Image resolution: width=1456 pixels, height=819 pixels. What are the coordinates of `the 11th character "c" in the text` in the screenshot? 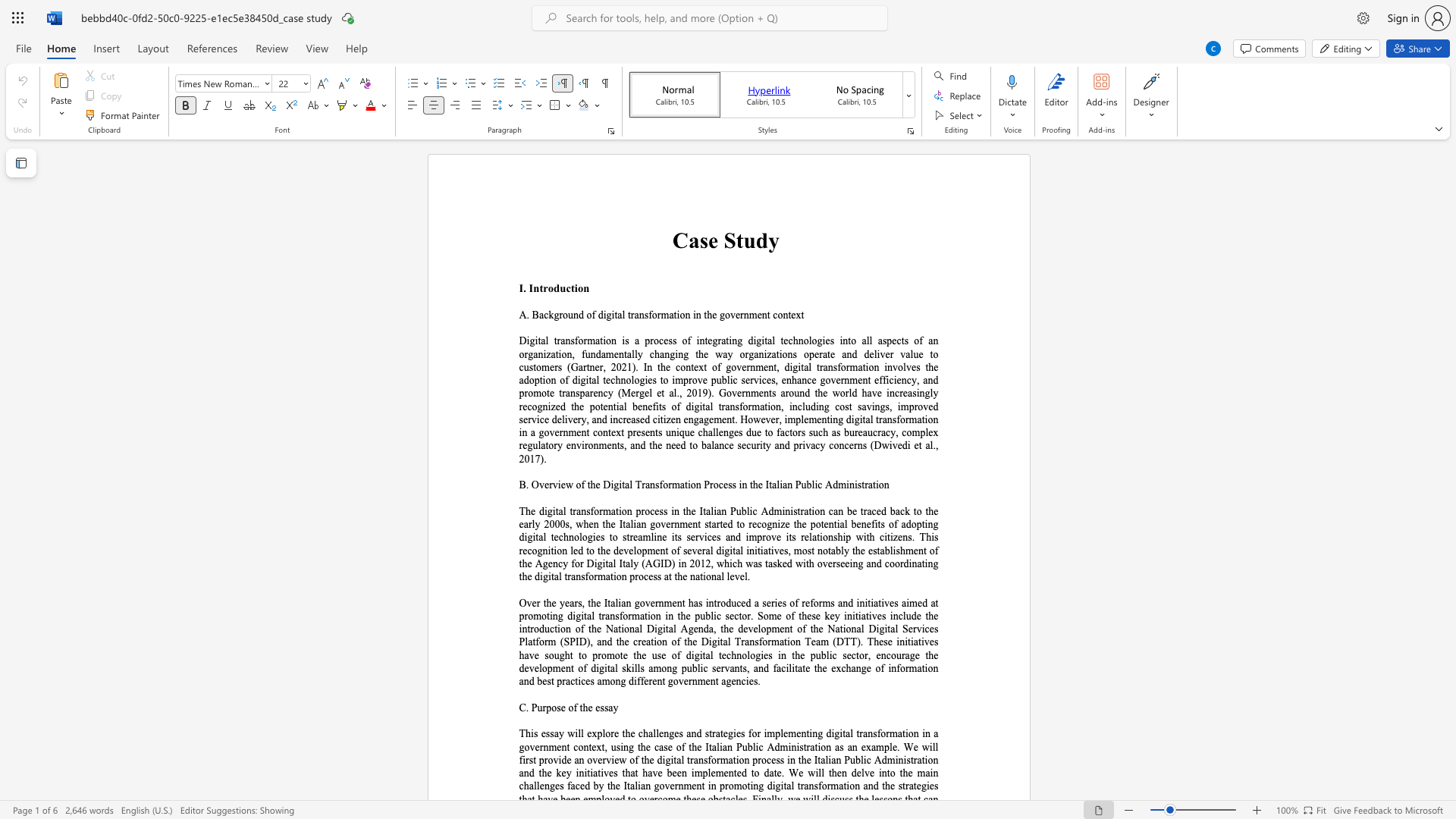 It's located at (888, 654).